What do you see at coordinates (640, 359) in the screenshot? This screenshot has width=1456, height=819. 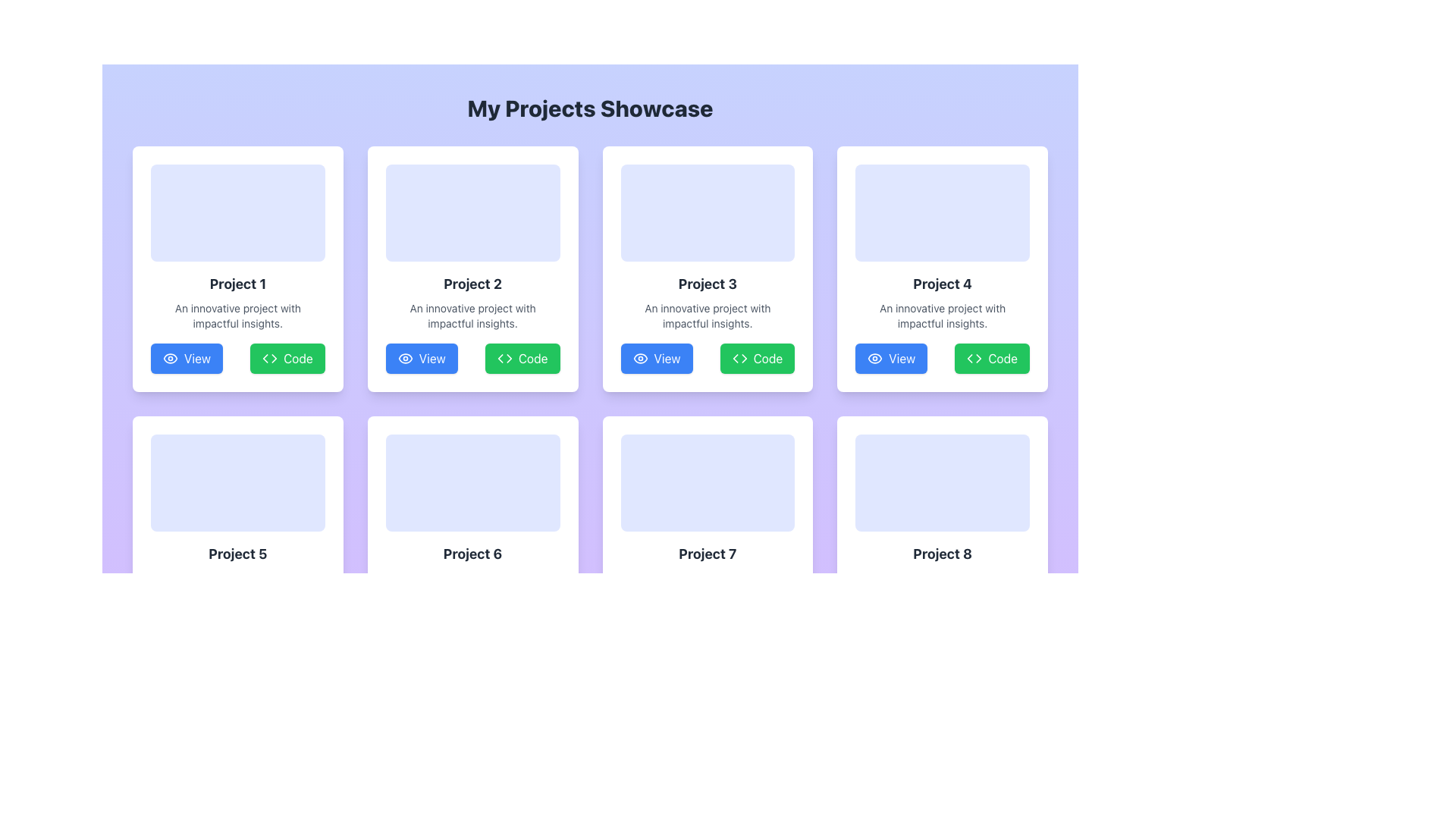 I see `the eye icon button labeled 'View' in the card titled 'Project 3' located in the third column of the first row of the grid layout` at bounding box center [640, 359].